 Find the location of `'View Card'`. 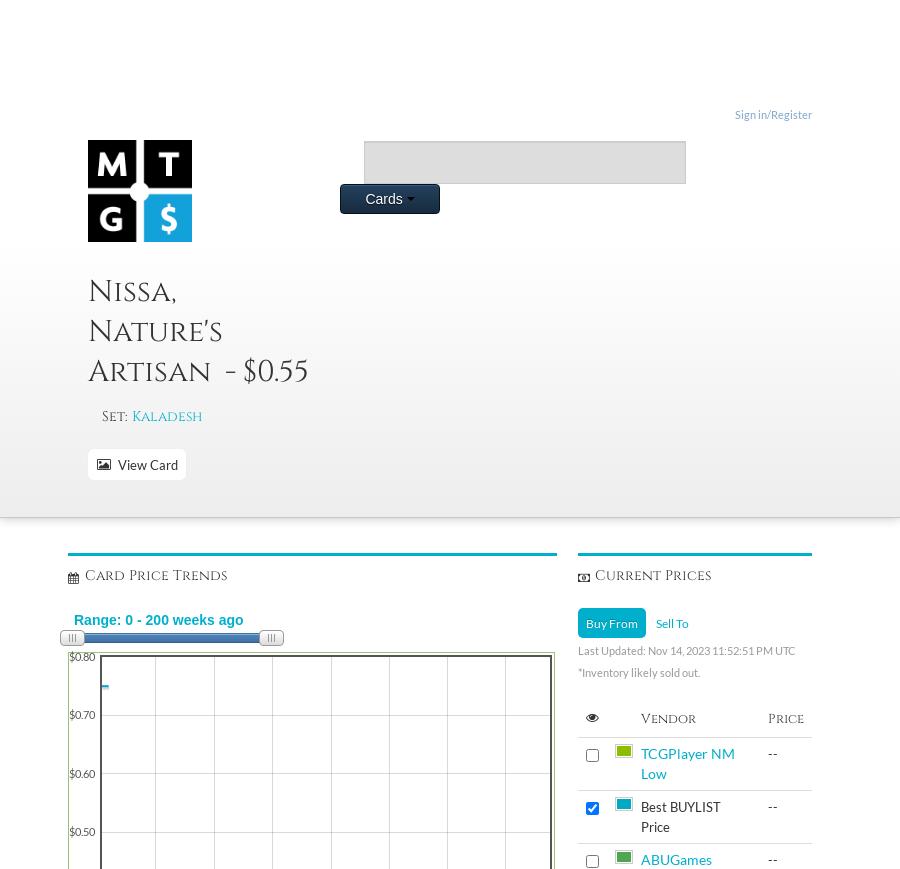

'View Card' is located at coordinates (110, 465).